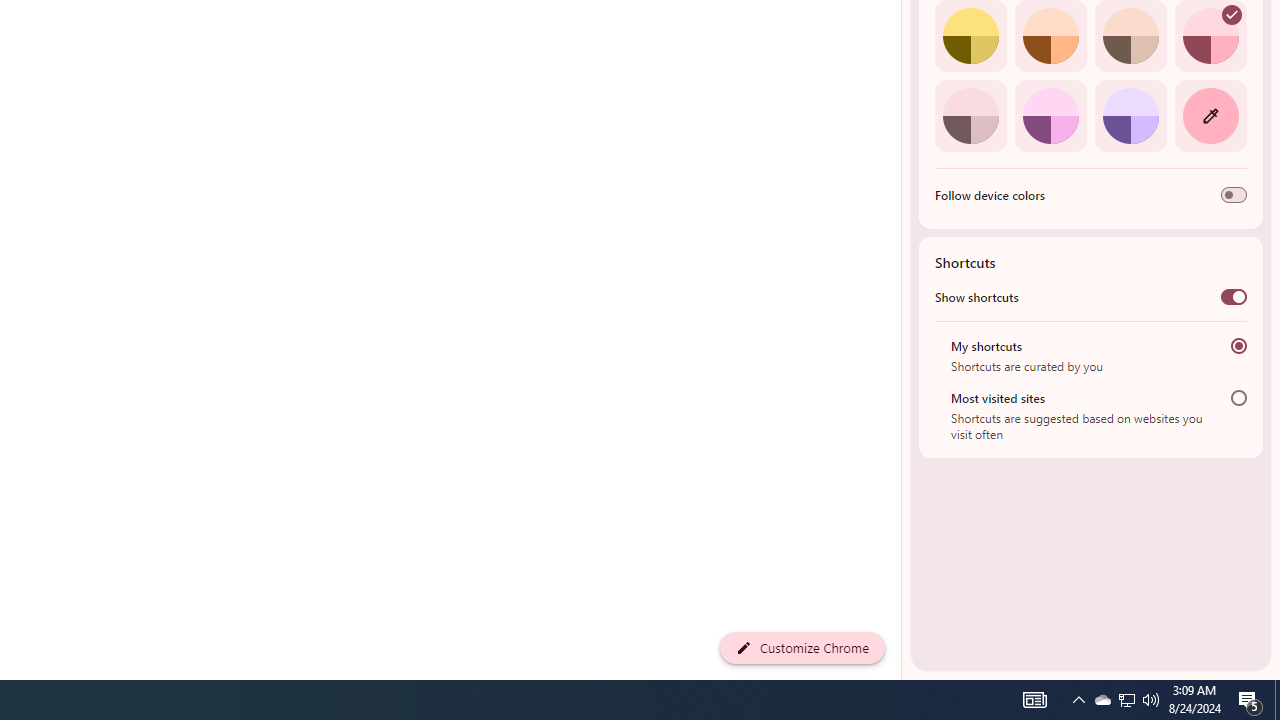 This screenshot has width=1280, height=720. I want to click on 'AutomationID: svg', so click(1231, 15).